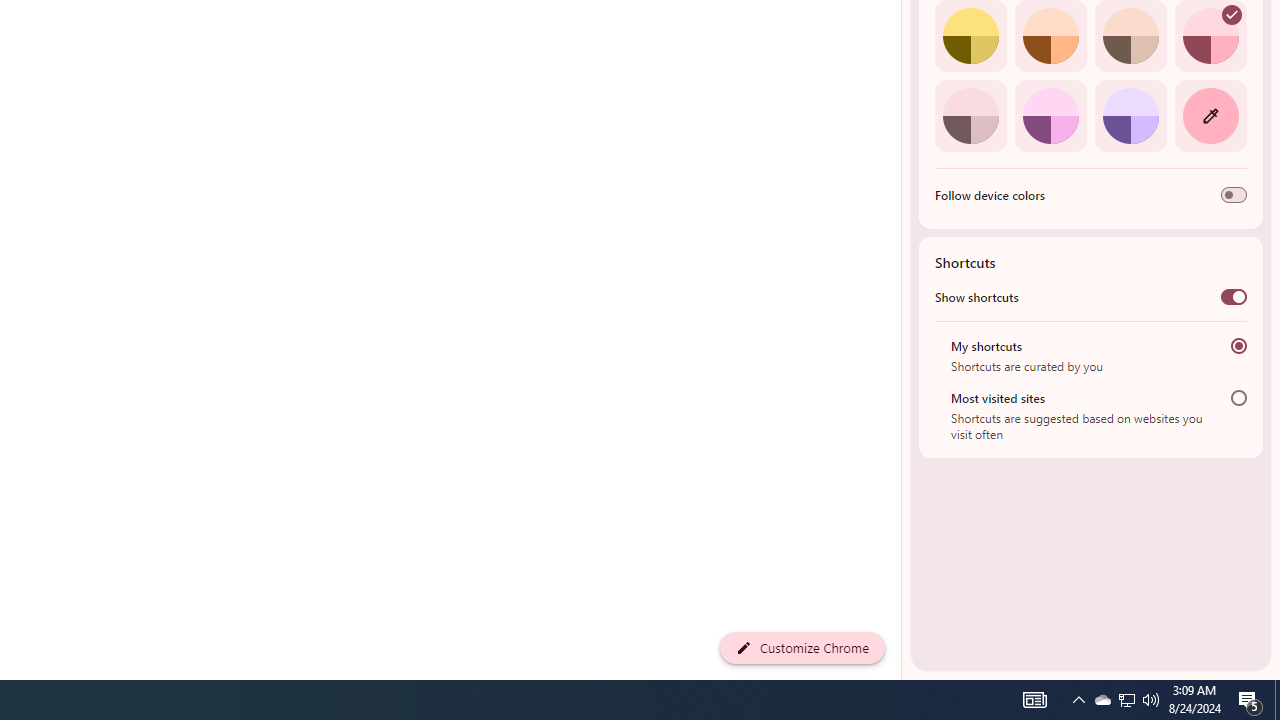 This screenshot has width=1280, height=720. I want to click on 'AutomationID: svg', so click(1231, 15).